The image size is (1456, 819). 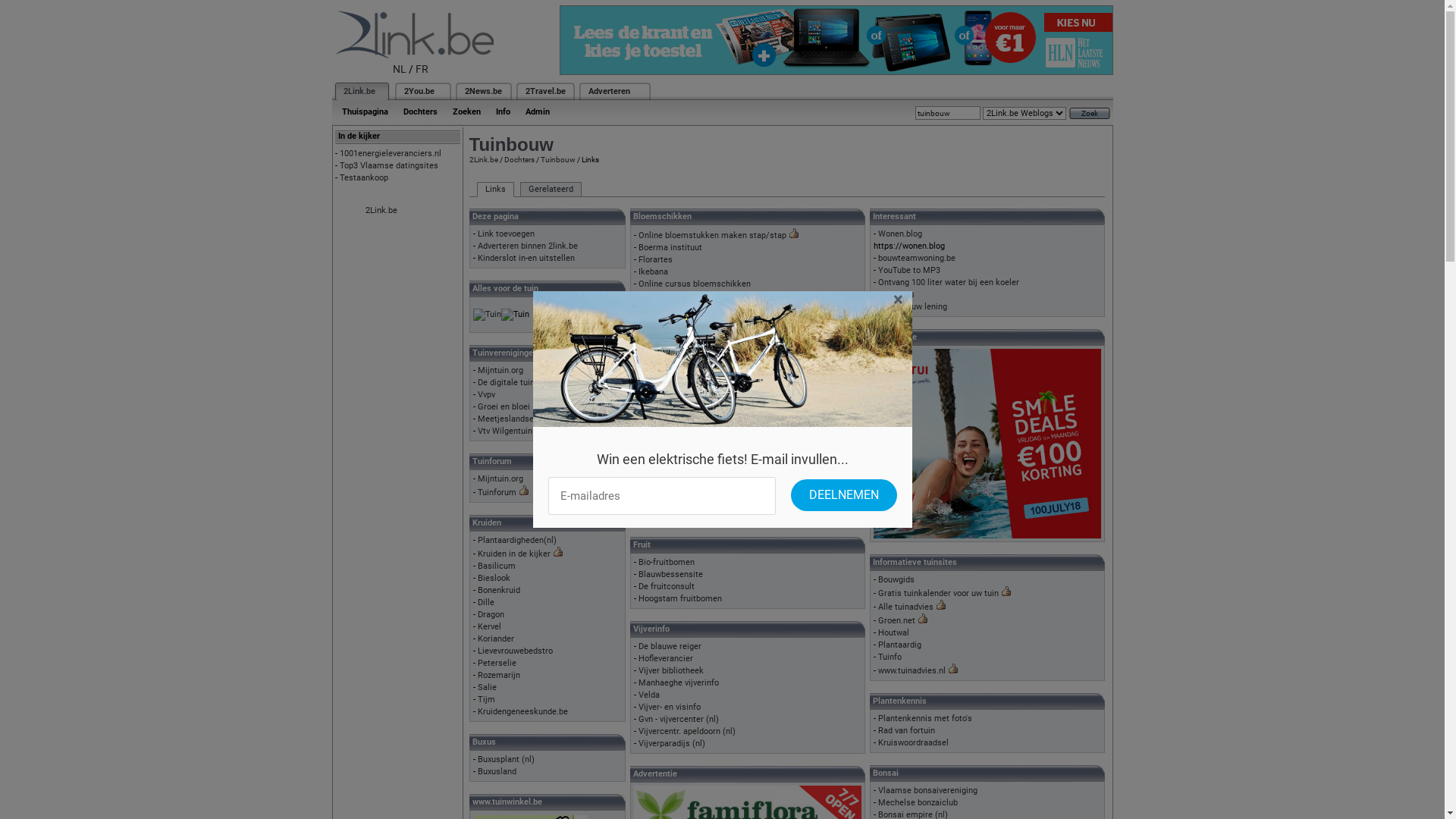 What do you see at coordinates (506, 234) in the screenshot?
I see `'Link toevoegen'` at bounding box center [506, 234].